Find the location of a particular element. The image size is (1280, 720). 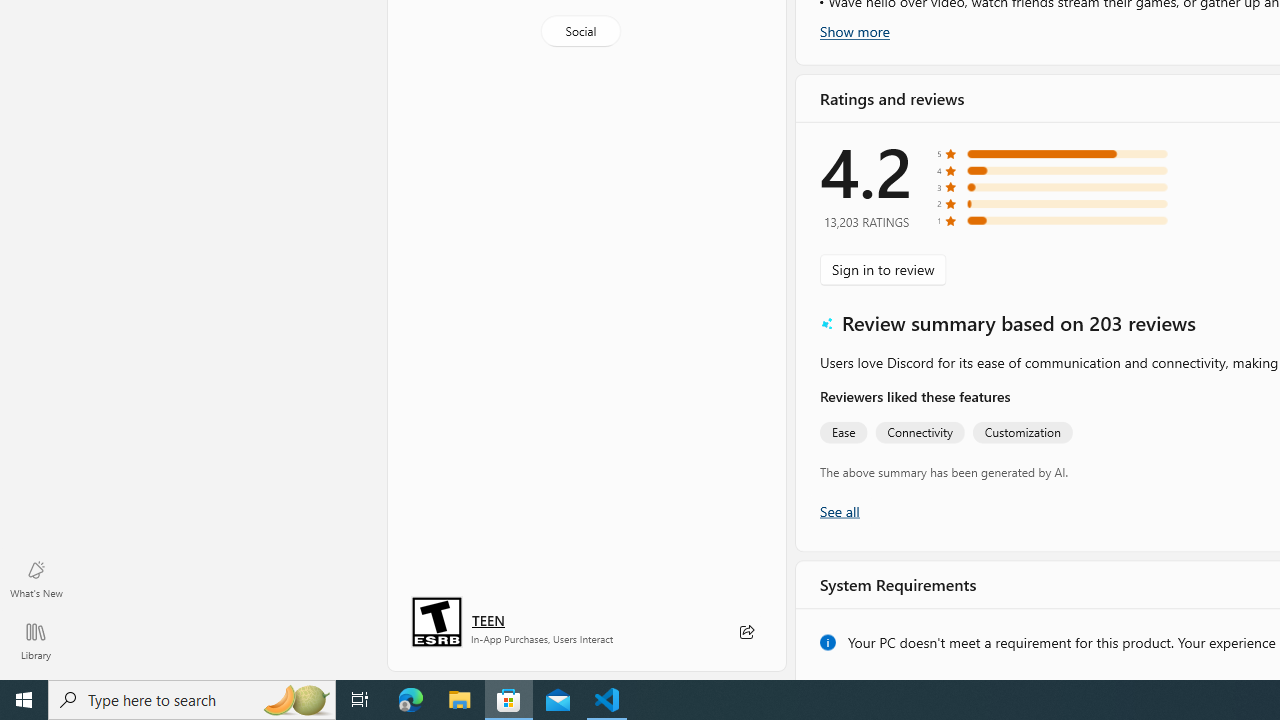

'Share' is located at coordinates (745, 632).